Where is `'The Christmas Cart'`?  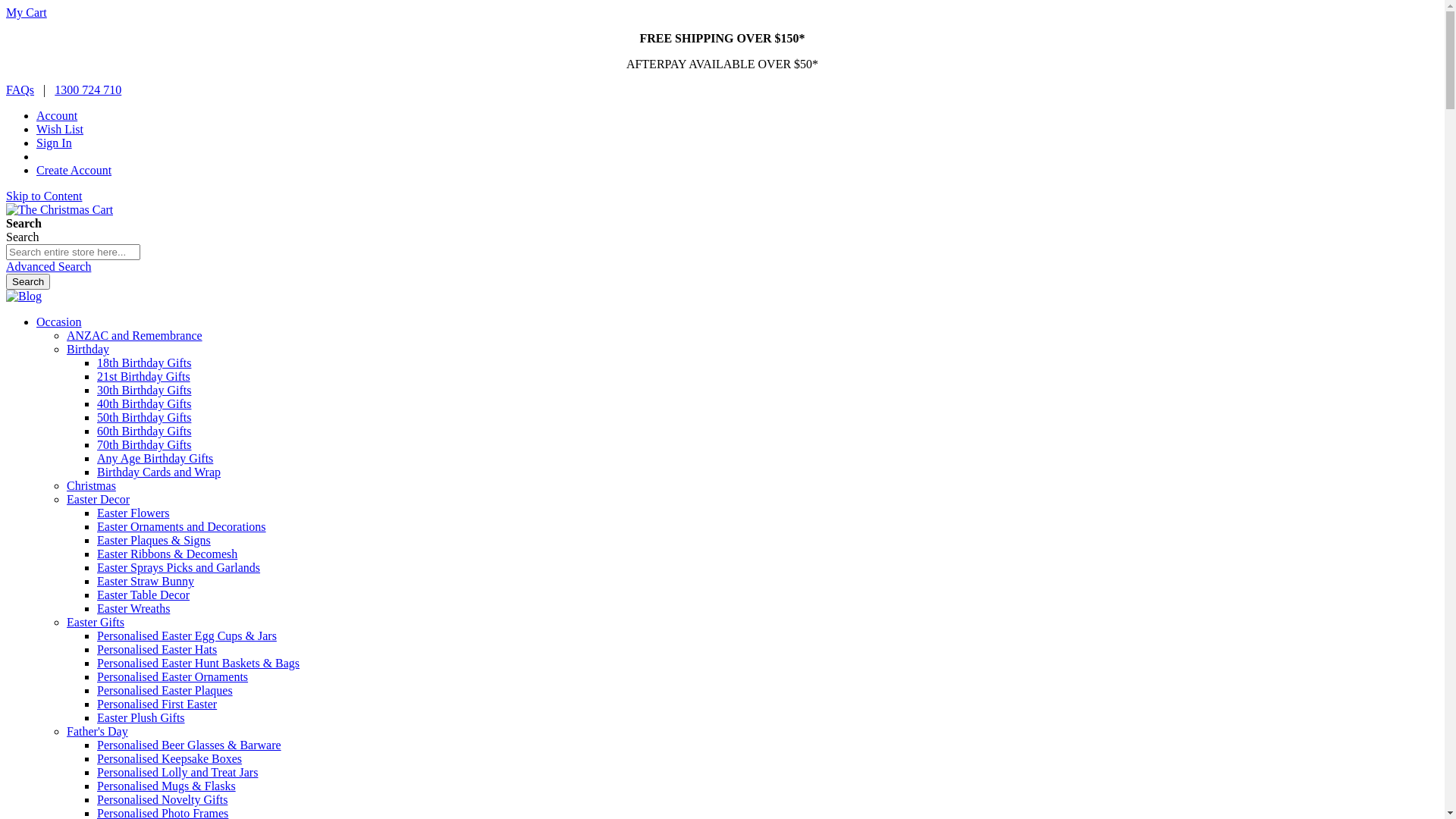
'The Christmas Cart' is located at coordinates (59, 209).